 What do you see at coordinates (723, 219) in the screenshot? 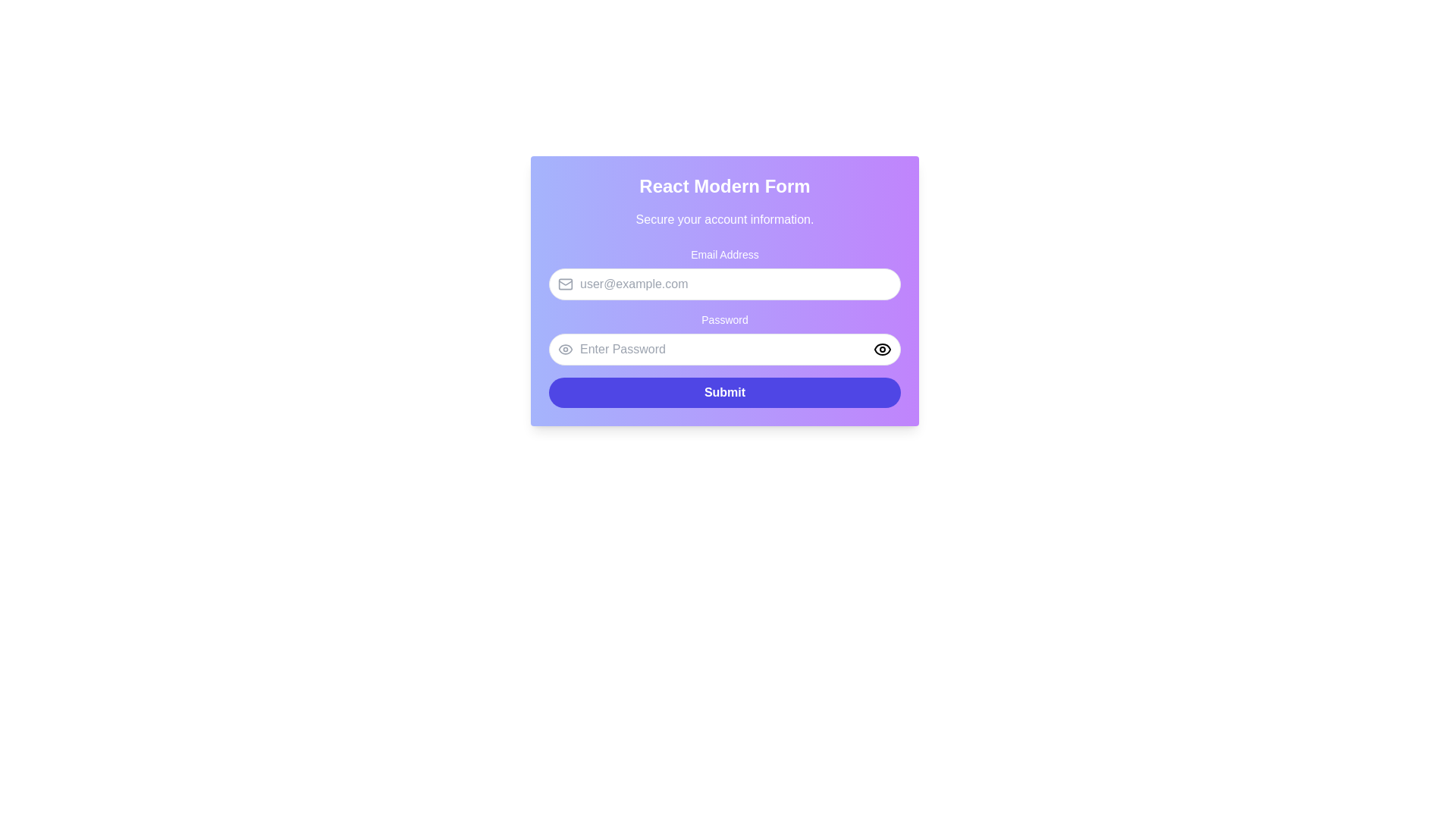
I see `the static text label that reads 'Secure your account information.', which is centrally located between the title 'React Modern Form' and the 'Email Address' section` at bounding box center [723, 219].